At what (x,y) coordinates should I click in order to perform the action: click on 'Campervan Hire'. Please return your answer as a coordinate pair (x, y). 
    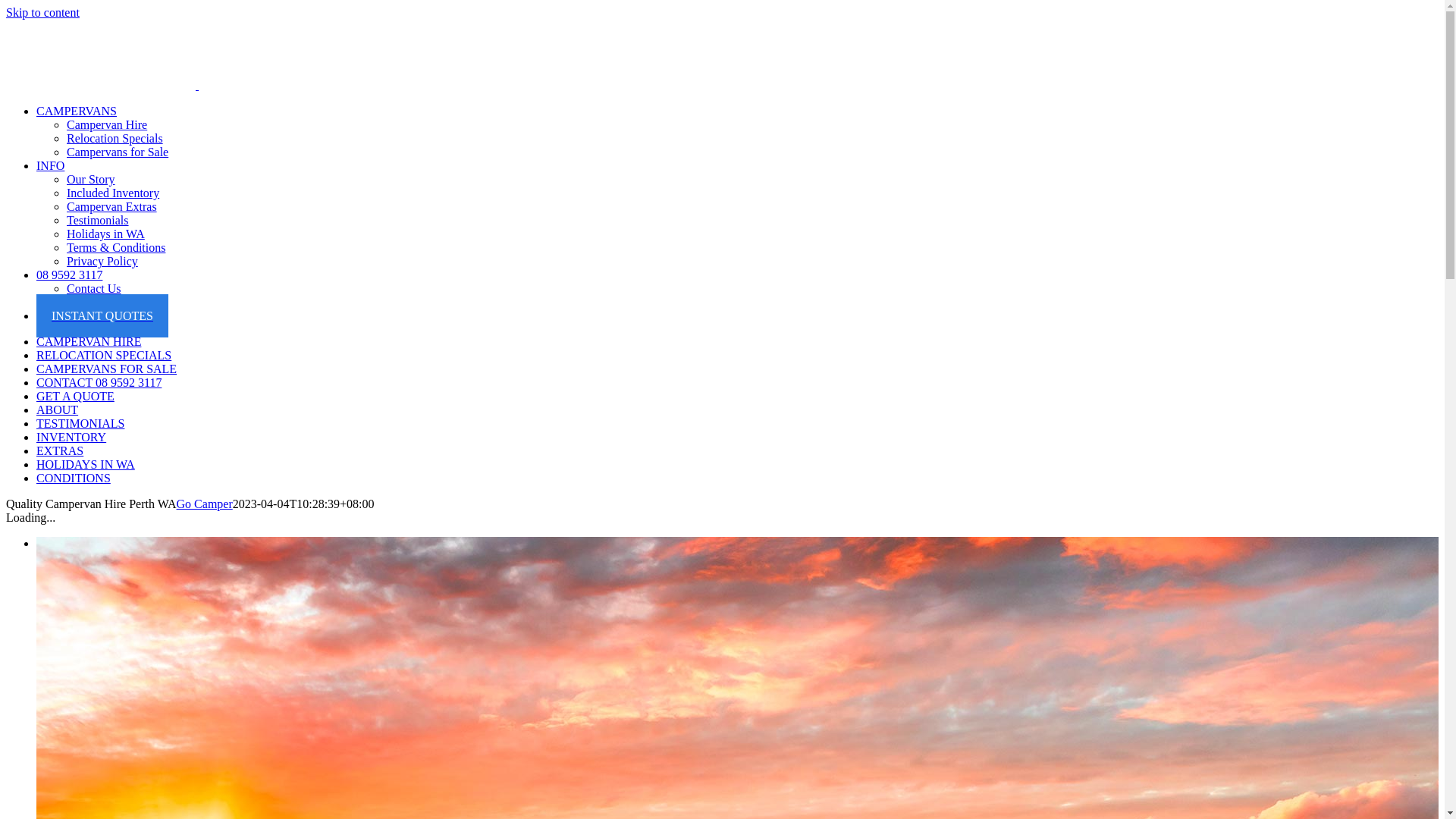
    Looking at the image, I should click on (105, 124).